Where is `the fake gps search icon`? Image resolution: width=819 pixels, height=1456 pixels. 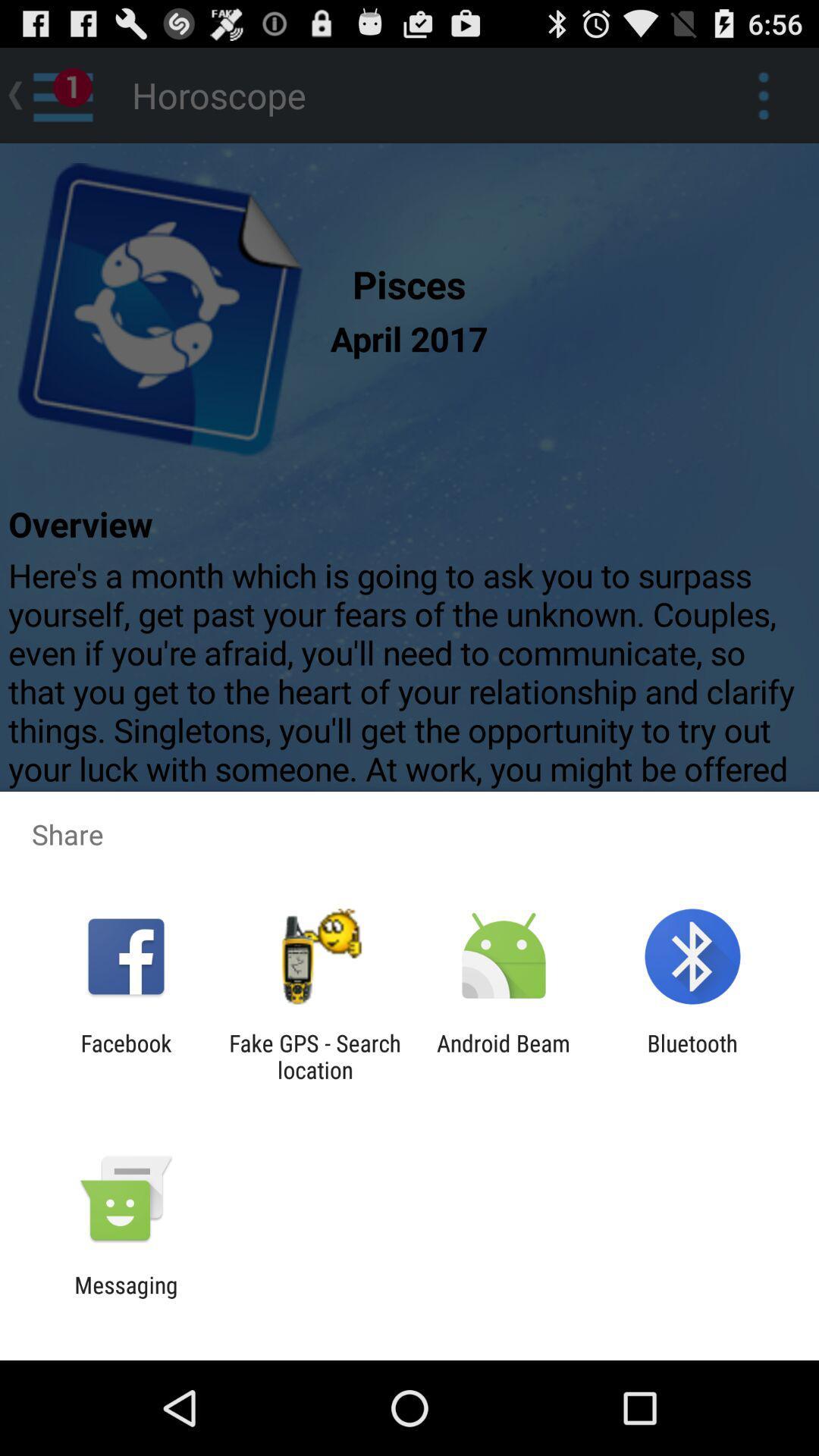 the fake gps search icon is located at coordinates (314, 1056).